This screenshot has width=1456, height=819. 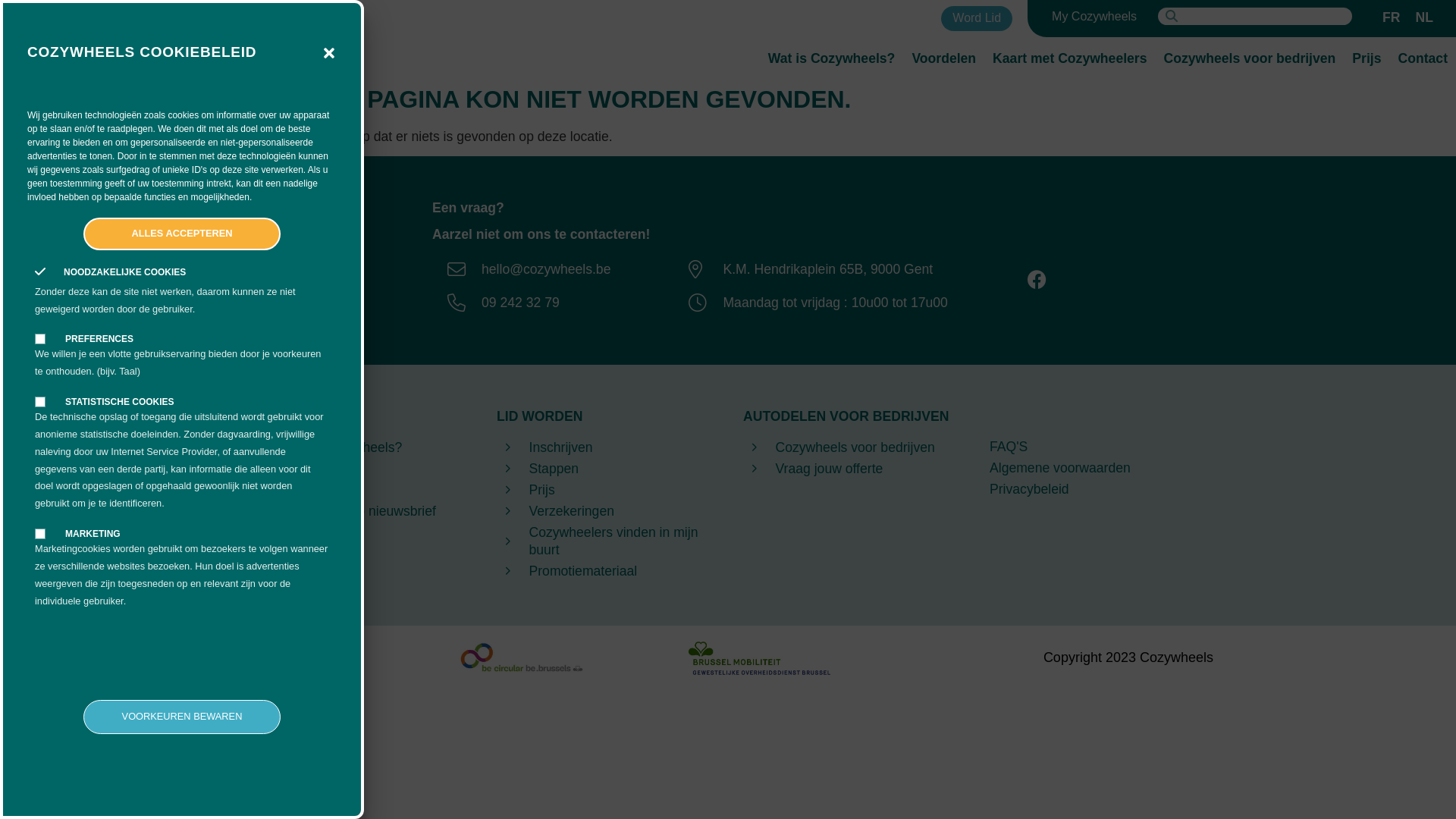 I want to click on 'Voordelen', so click(x=943, y=58).